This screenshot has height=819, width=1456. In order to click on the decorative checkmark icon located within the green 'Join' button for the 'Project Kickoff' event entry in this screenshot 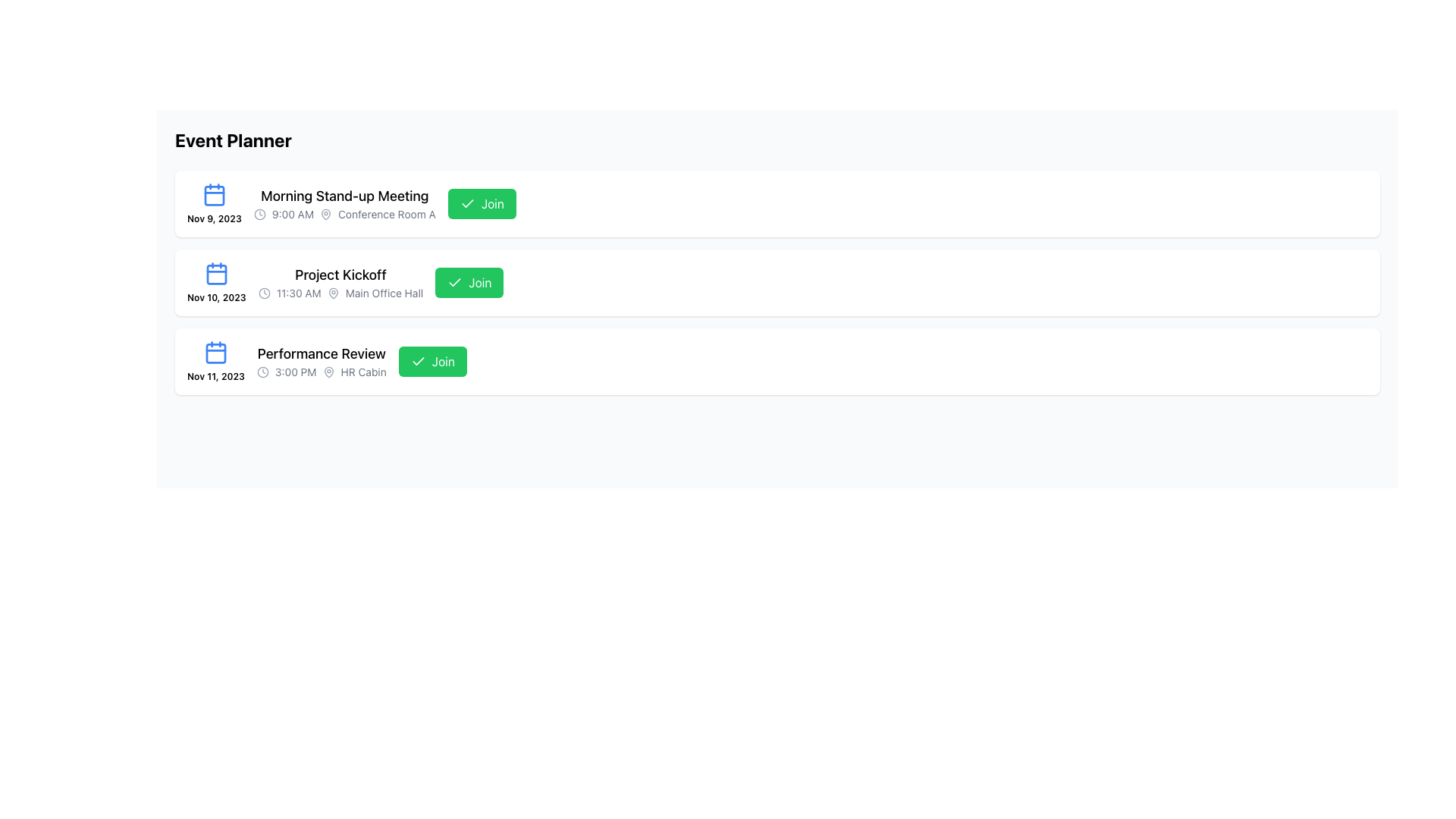, I will do `click(454, 282)`.